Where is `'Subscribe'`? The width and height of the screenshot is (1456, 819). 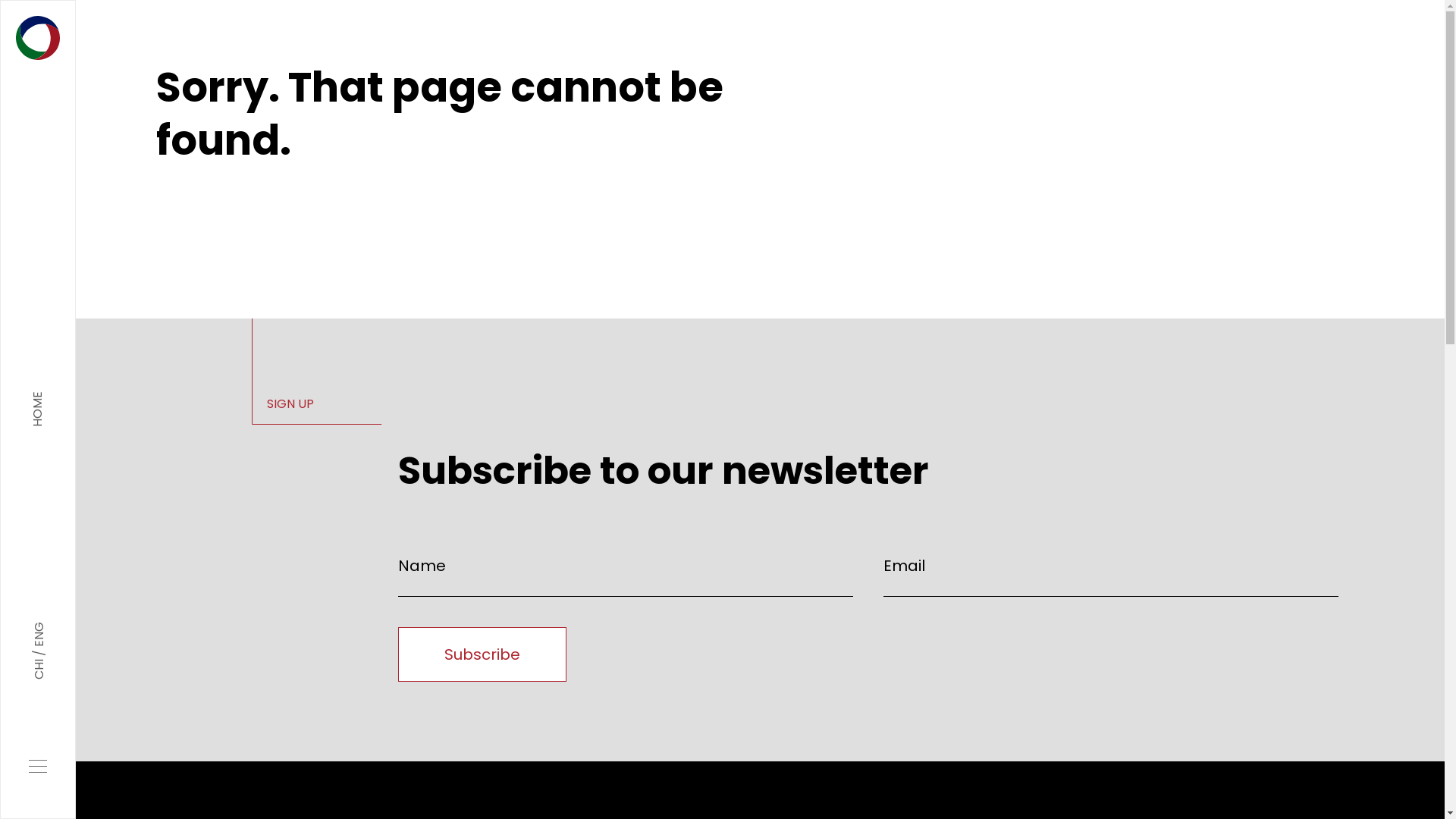
'Subscribe' is located at coordinates (397, 654).